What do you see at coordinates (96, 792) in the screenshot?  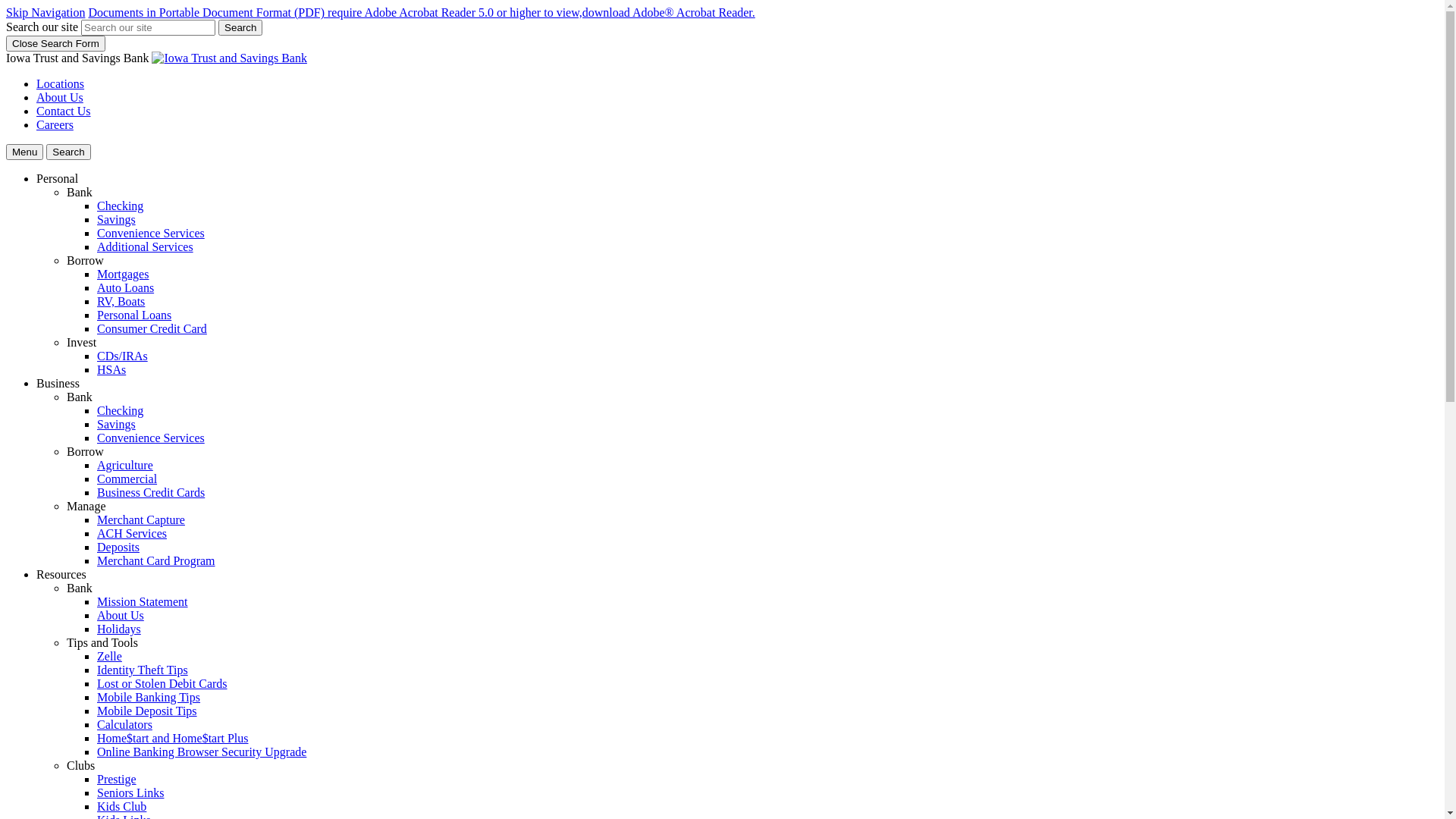 I see `'Seniors Links'` at bounding box center [96, 792].